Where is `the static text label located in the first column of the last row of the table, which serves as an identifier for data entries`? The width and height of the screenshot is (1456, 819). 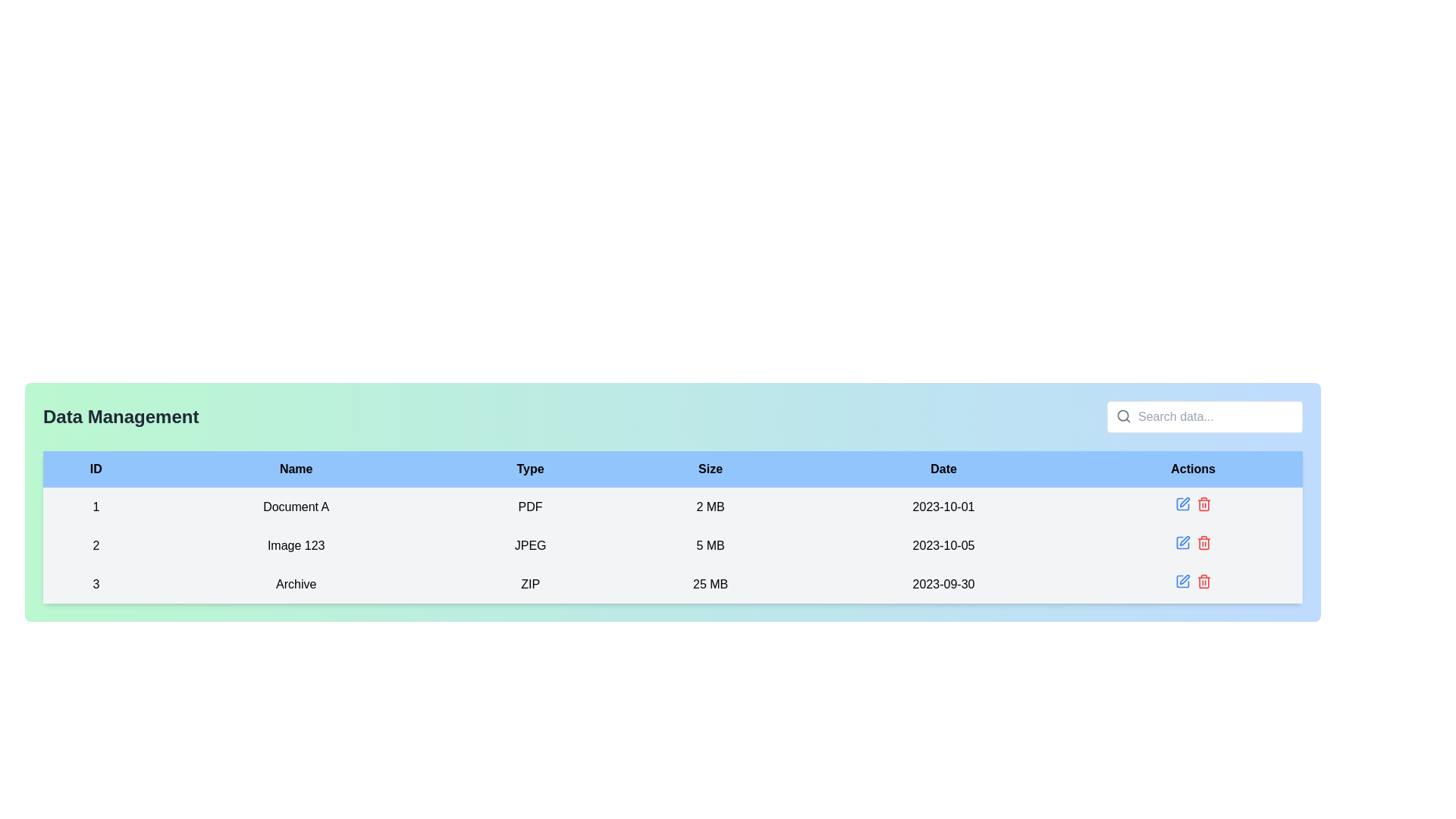
the static text label located in the first column of the last row of the table, which serves as an identifier for data entries is located at coordinates (95, 583).